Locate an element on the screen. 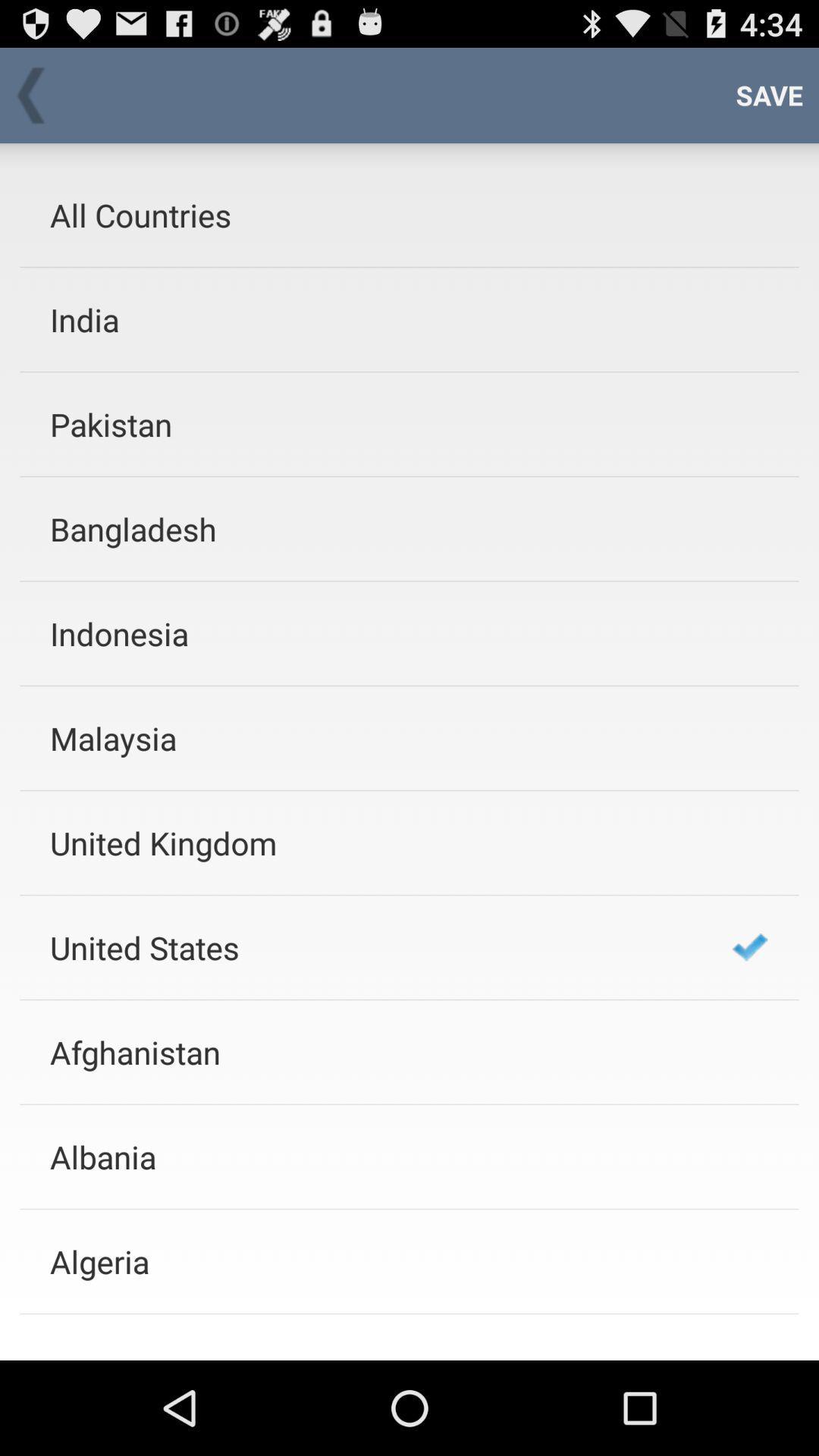 The image size is (819, 1456). united kingdom icon is located at coordinates (371, 842).